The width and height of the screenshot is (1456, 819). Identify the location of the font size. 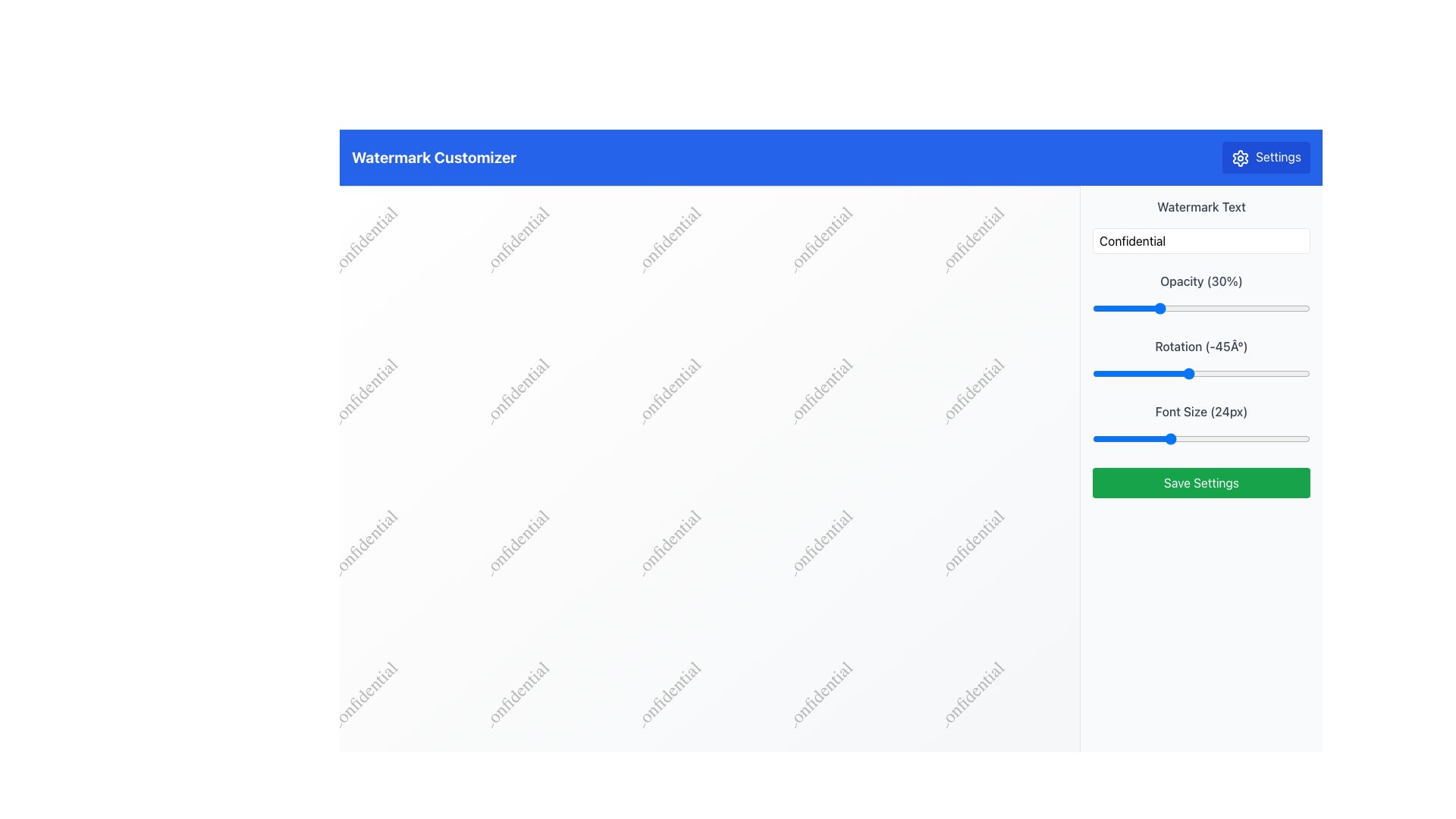
(1266, 438).